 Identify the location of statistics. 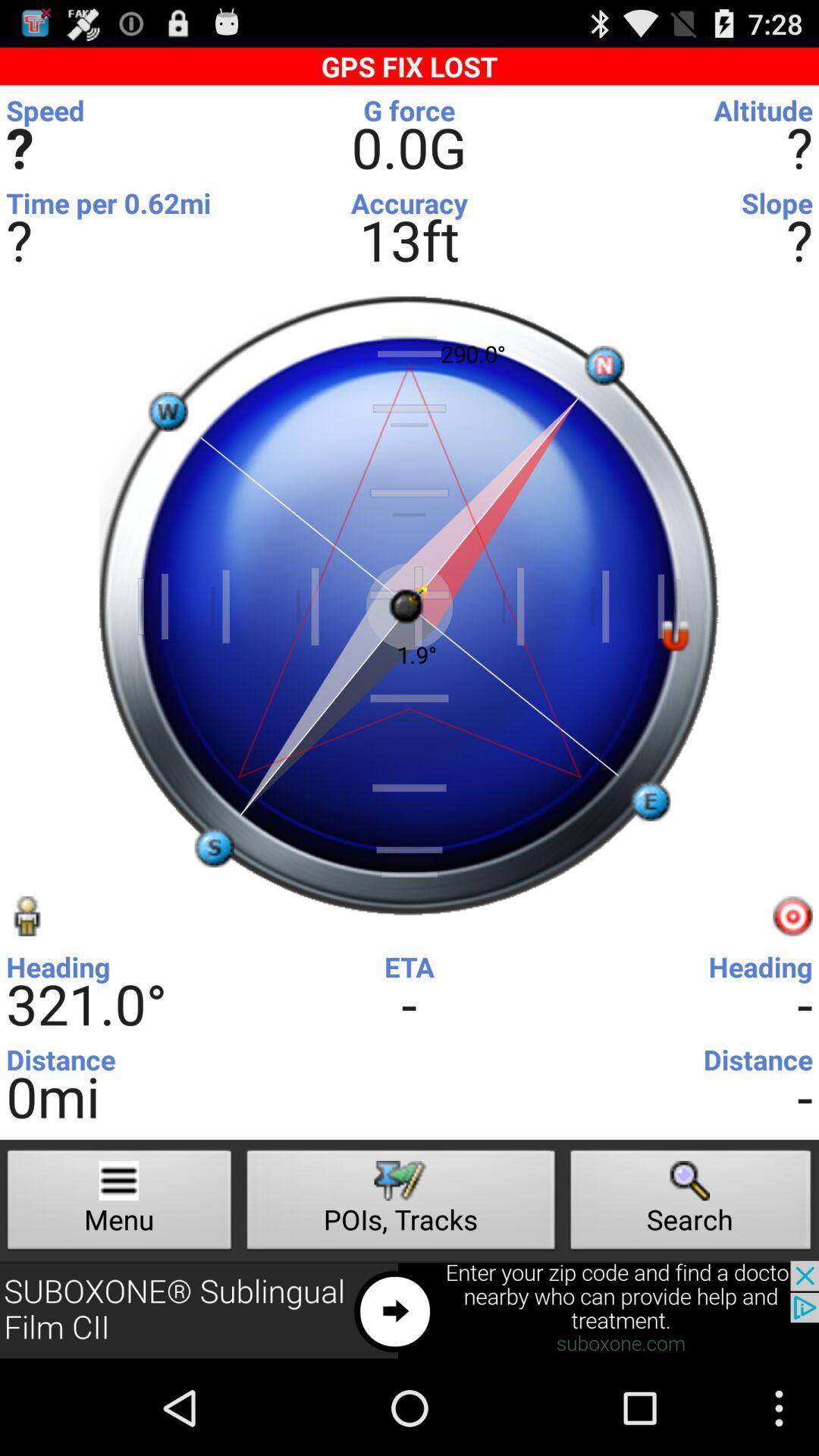
(405, 114).